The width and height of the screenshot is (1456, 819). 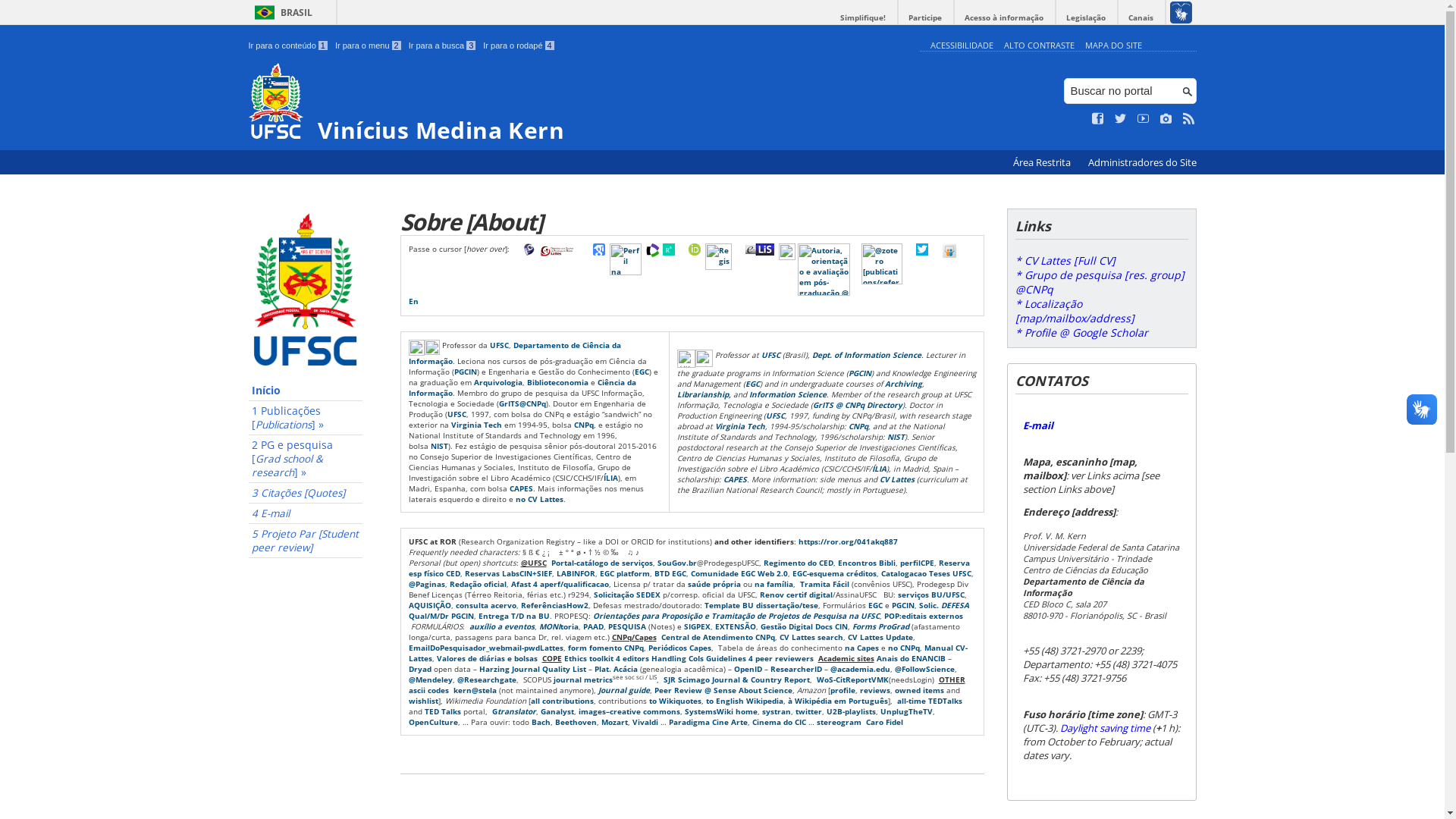 What do you see at coordinates (674, 701) in the screenshot?
I see `'to Wikiquotes'` at bounding box center [674, 701].